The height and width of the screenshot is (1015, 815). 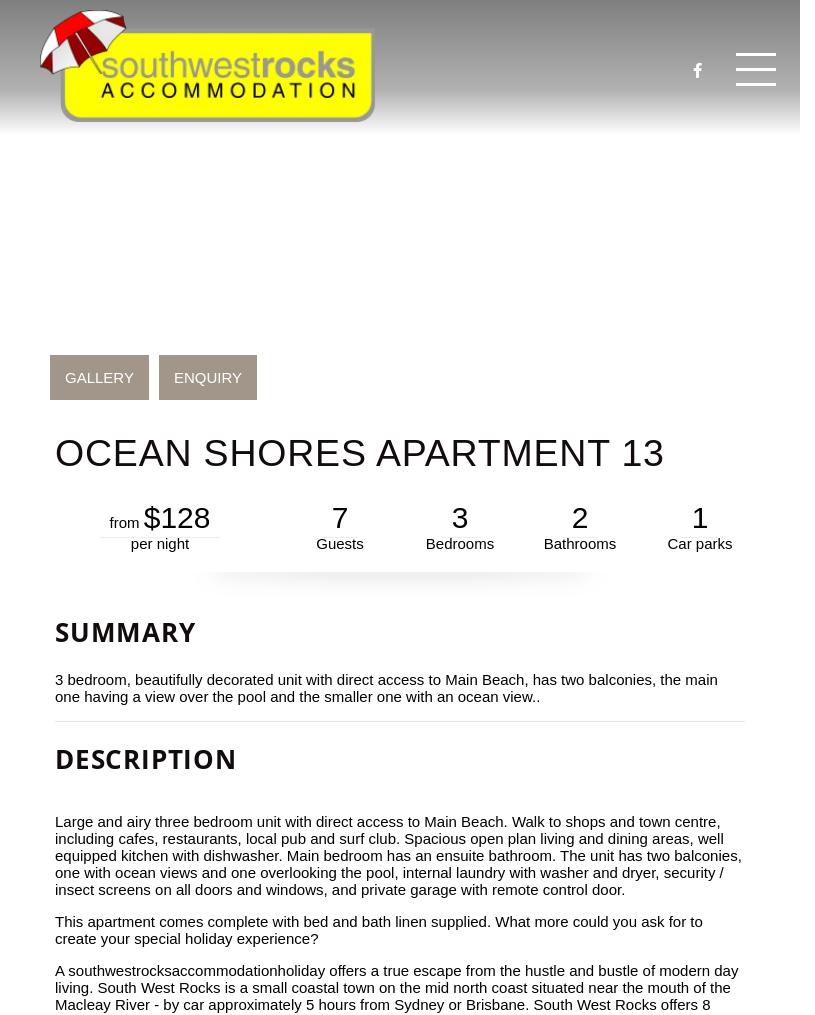 What do you see at coordinates (98, 377) in the screenshot?
I see `'GALLERY'` at bounding box center [98, 377].